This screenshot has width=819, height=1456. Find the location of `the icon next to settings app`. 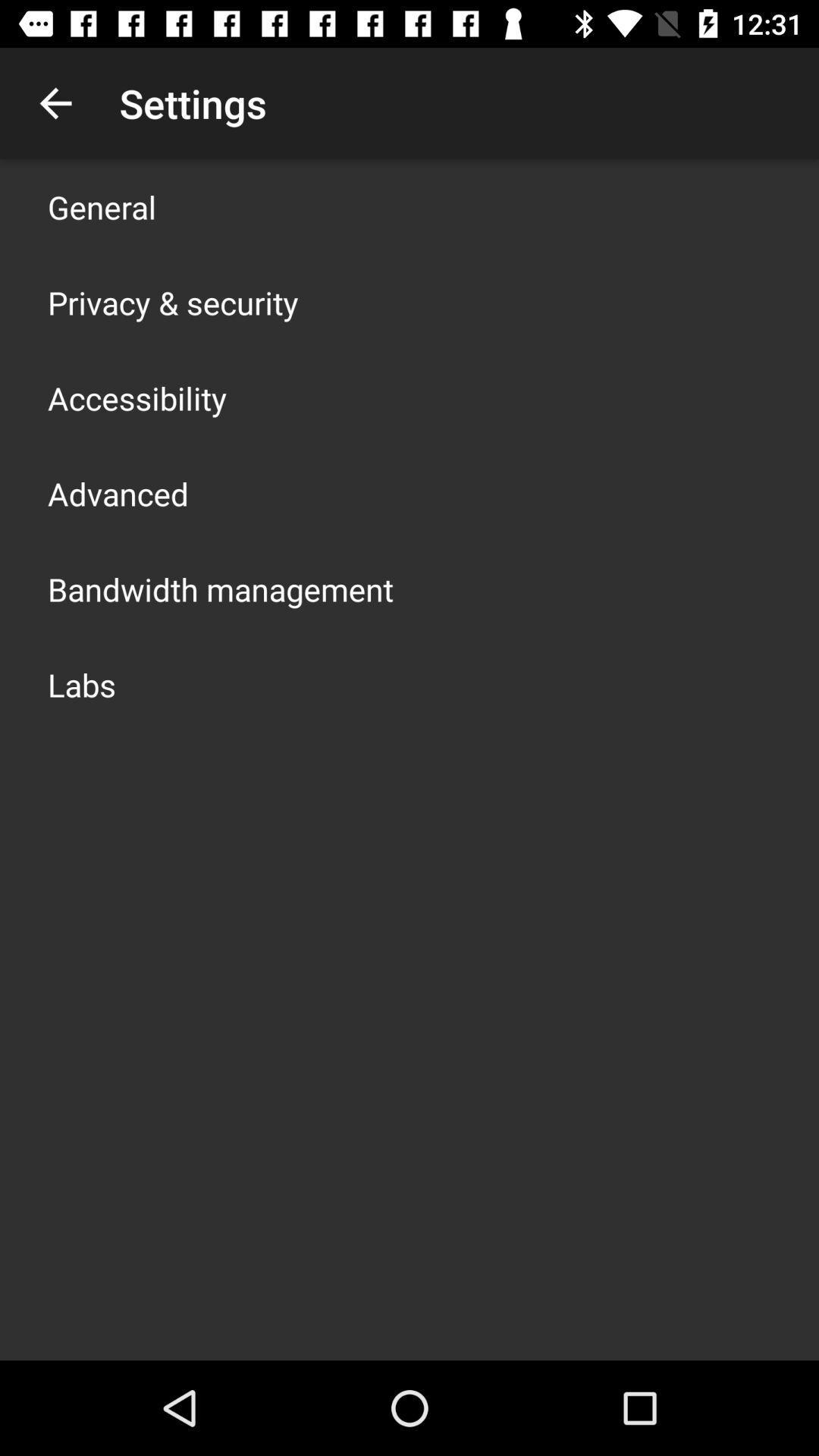

the icon next to settings app is located at coordinates (55, 102).